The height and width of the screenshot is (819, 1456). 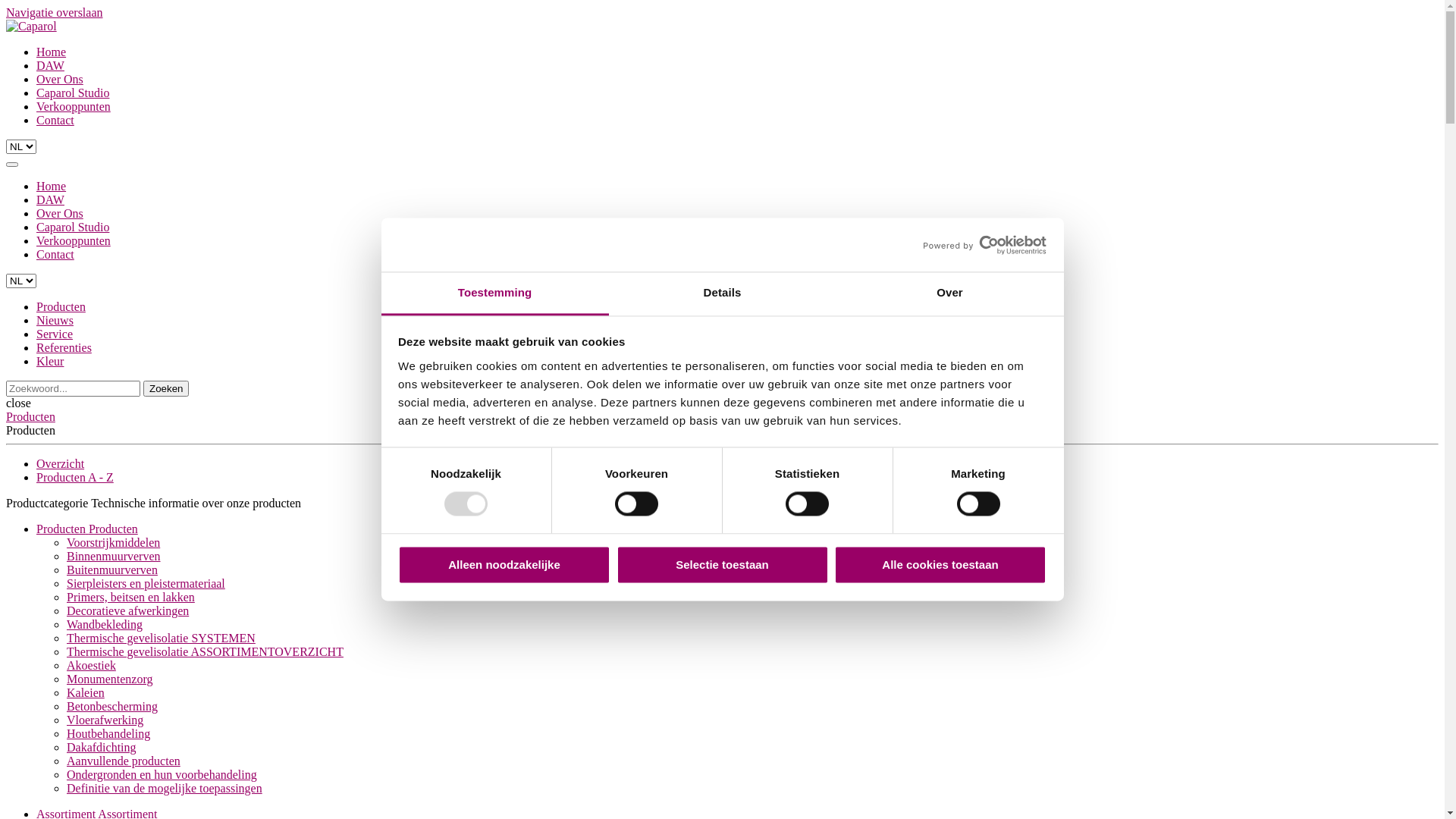 I want to click on 'Producten', so click(x=61, y=306).